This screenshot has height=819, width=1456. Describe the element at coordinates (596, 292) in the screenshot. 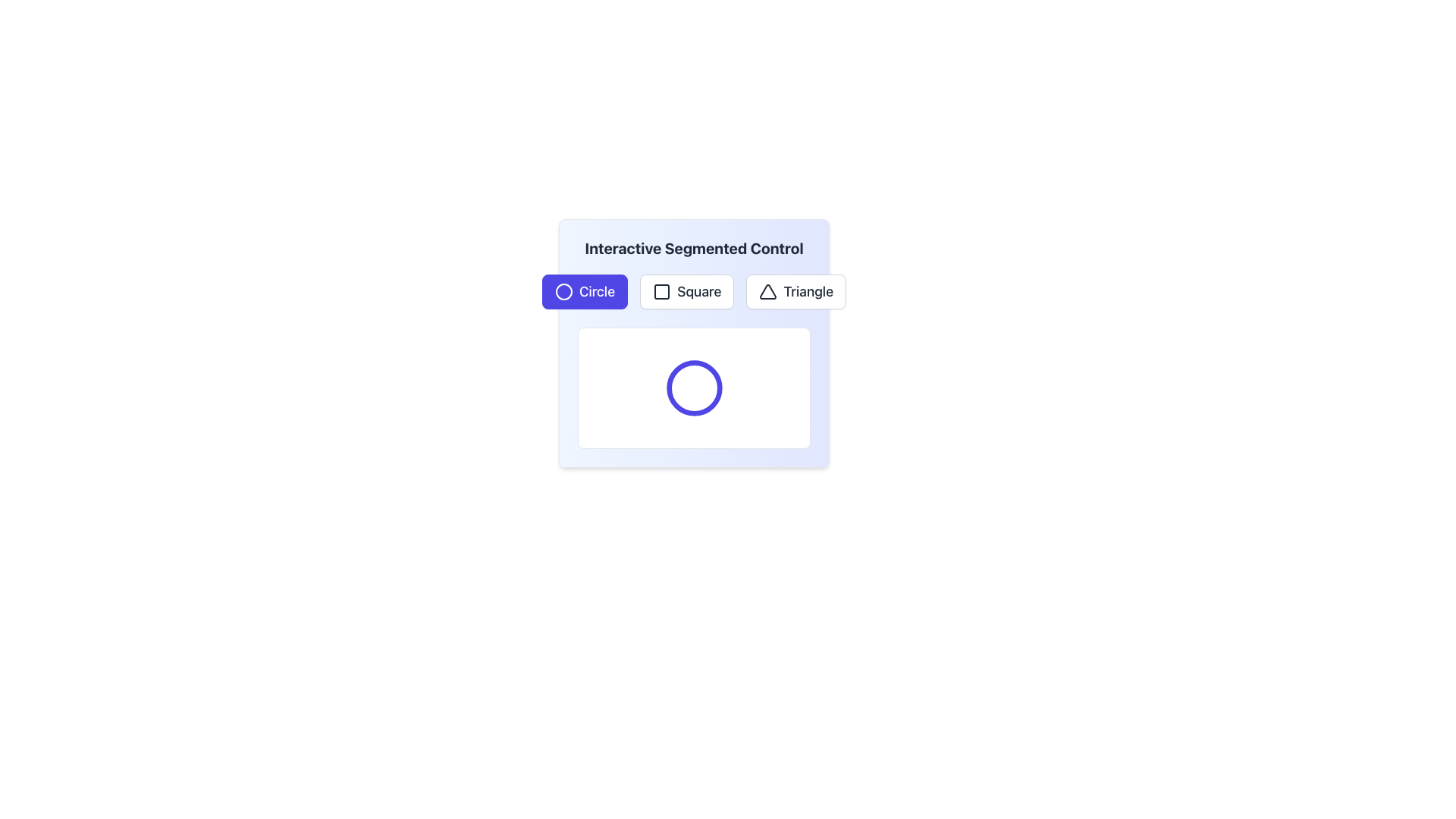

I see `the 'Circle' text label within the blue button` at that location.